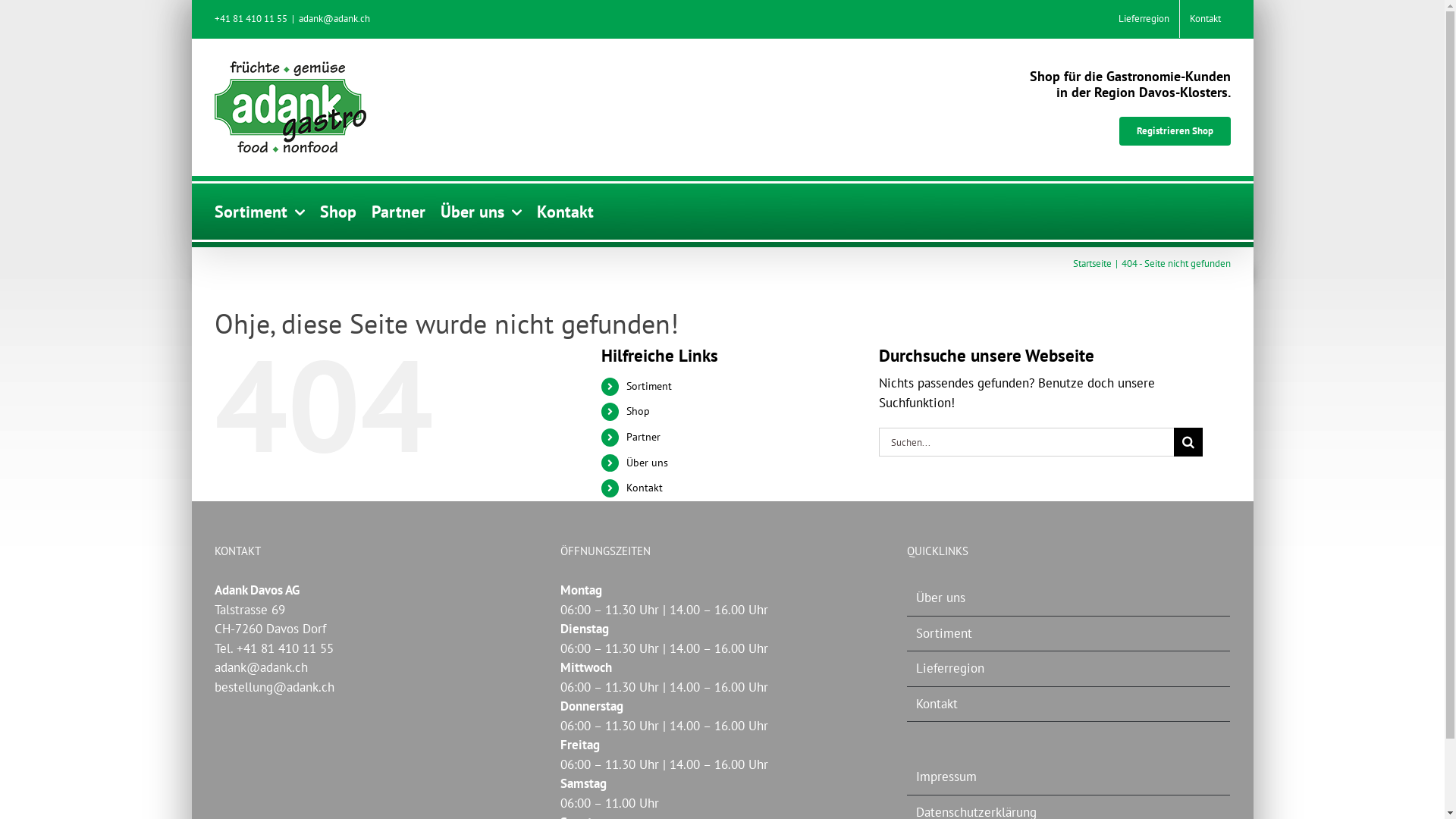 This screenshot has width=1456, height=819. I want to click on 'Impressum', so click(1068, 777).